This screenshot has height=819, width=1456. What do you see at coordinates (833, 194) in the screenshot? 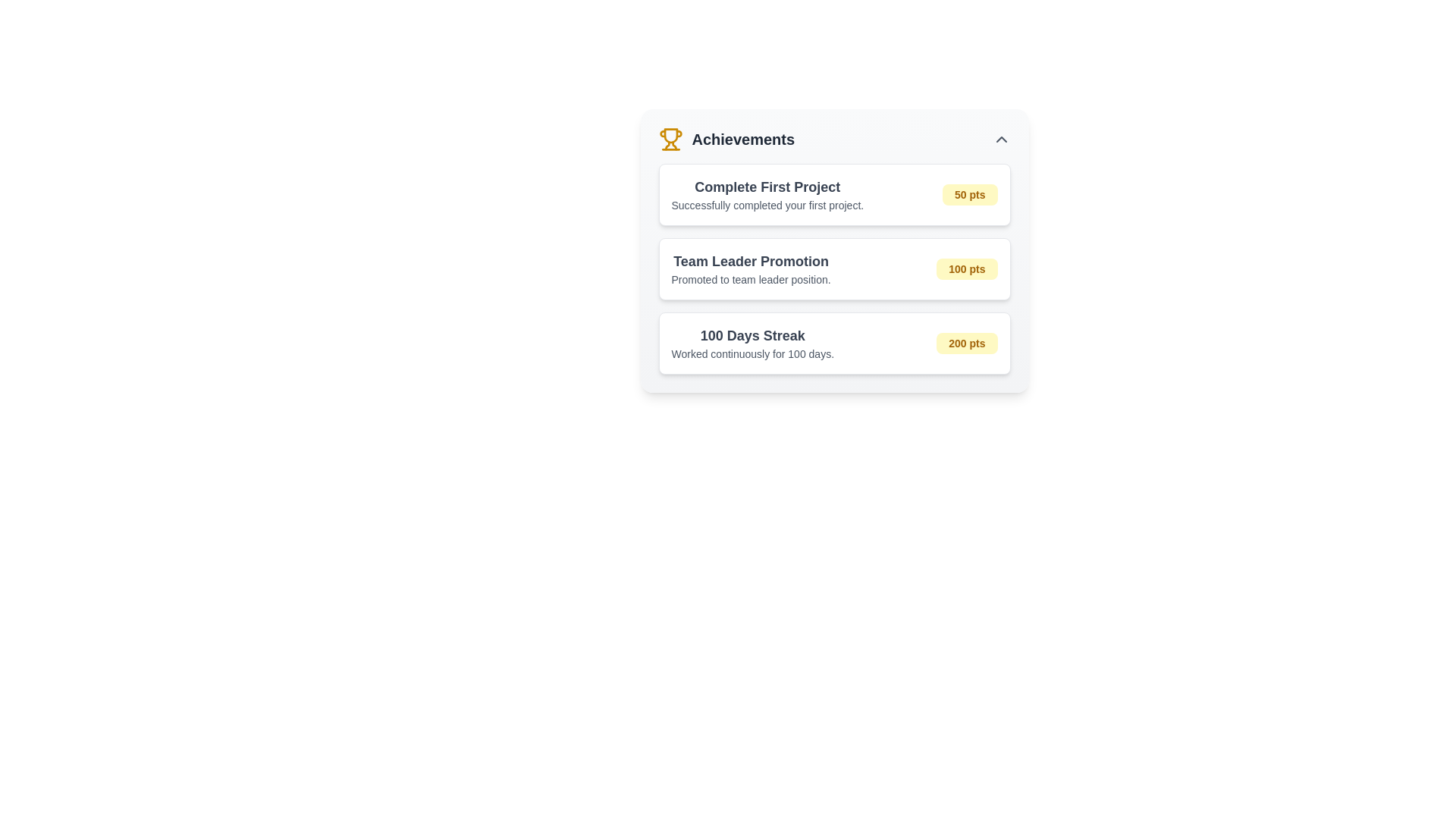
I see `Achievement record display titled 'Complete First Project' with a label showing '50 pts'` at bounding box center [833, 194].